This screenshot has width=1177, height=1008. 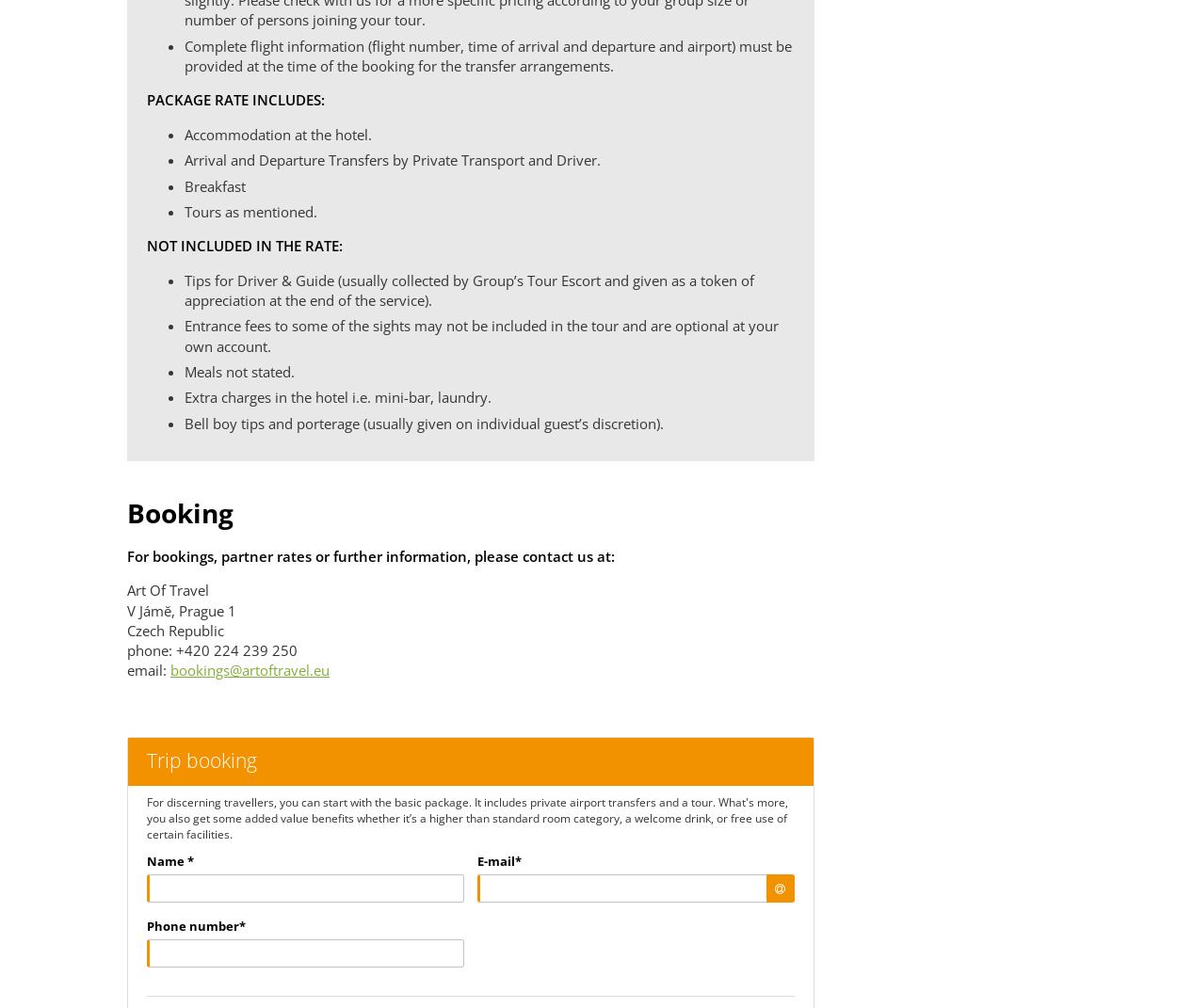 What do you see at coordinates (480, 334) in the screenshot?
I see `'Entrance fees to some of the sights may not be included in the tour and are optional at your own account.'` at bounding box center [480, 334].